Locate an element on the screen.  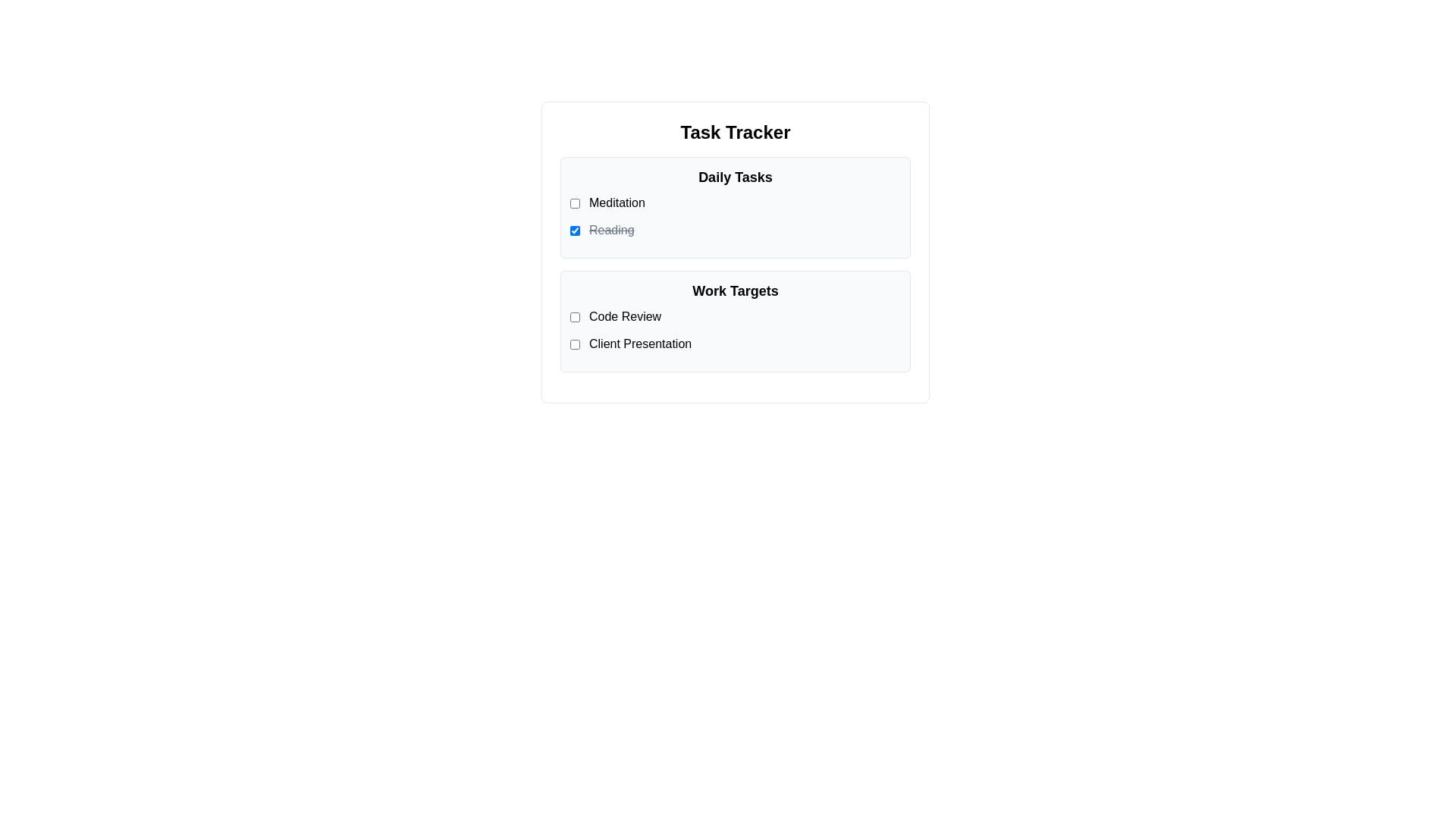
the 'Code Review' and 'Client Presentation' labels in the Checklist is located at coordinates (735, 329).